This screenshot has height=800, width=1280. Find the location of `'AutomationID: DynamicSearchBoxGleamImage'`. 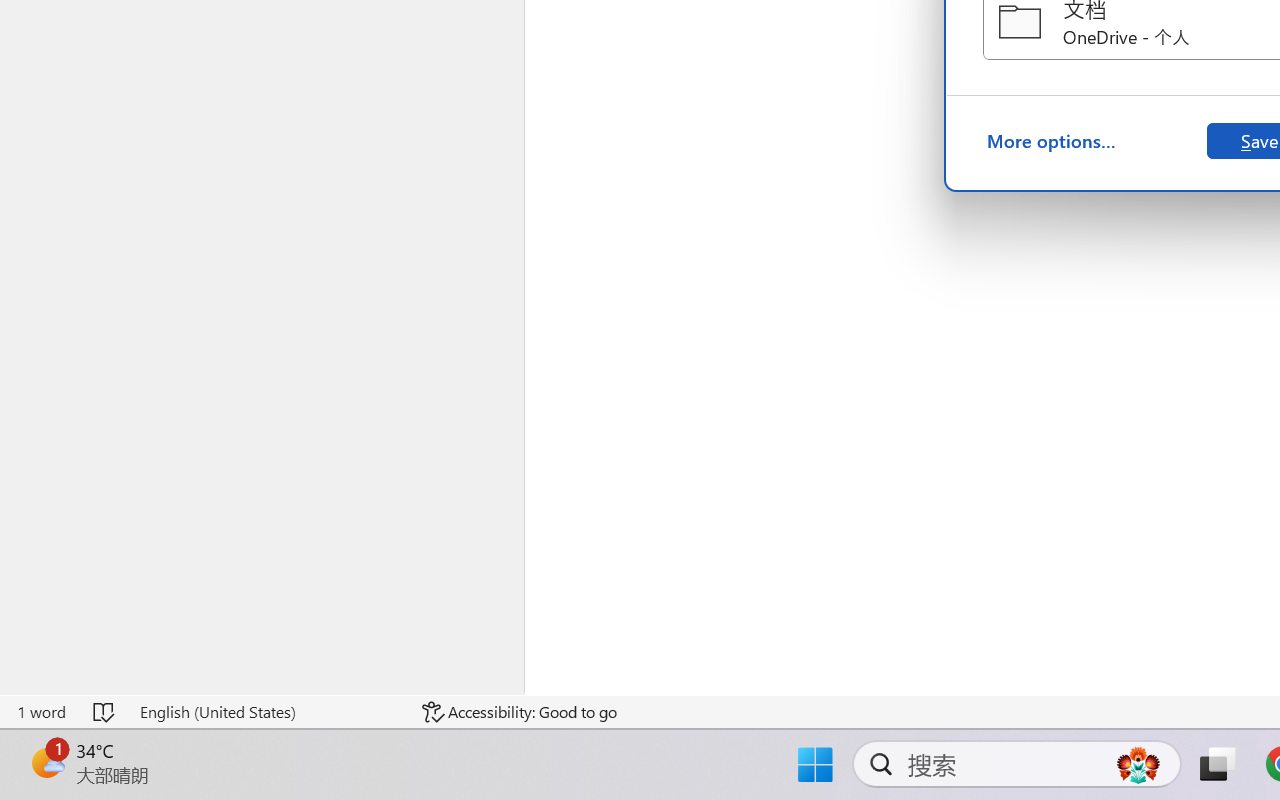

'AutomationID: DynamicSearchBoxGleamImage' is located at coordinates (1138, 764).